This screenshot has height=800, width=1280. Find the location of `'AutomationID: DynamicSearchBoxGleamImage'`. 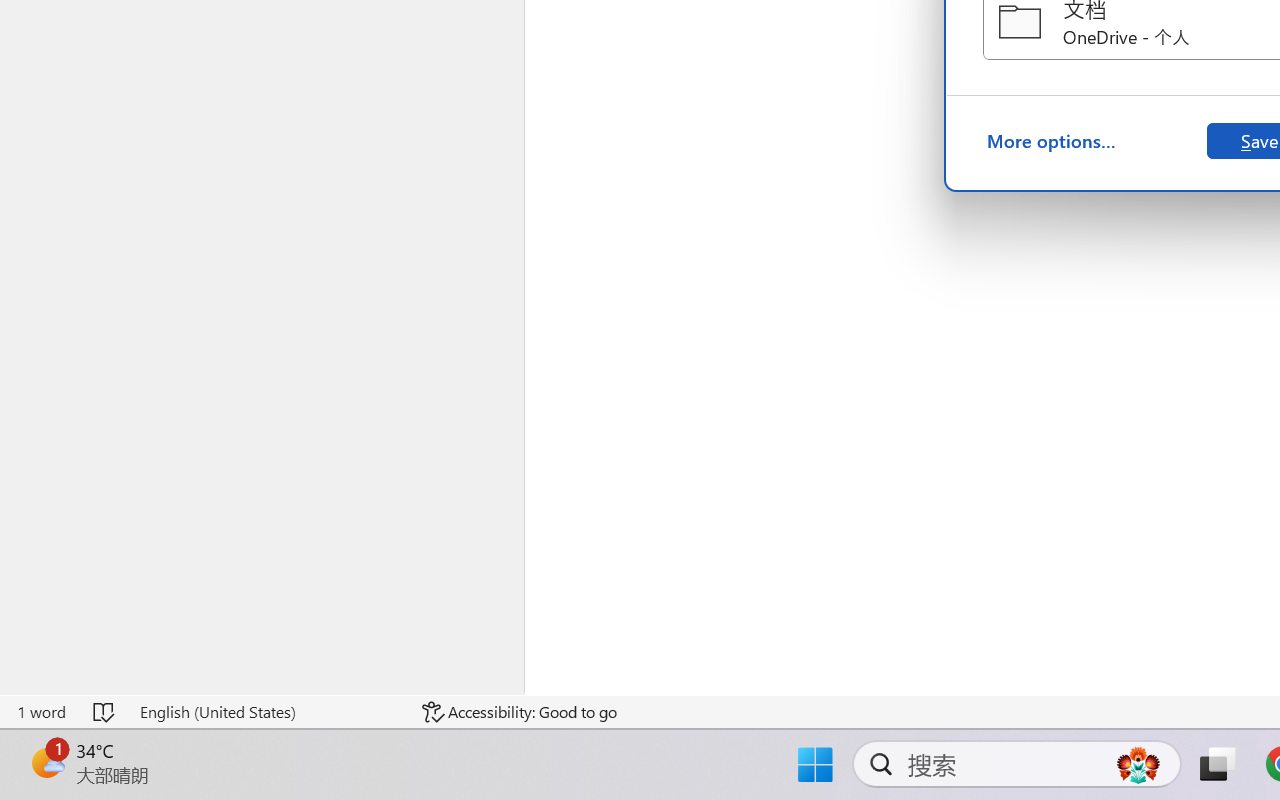

'AutomationID: DynamicSearchBoxGleamImage' is located at coordinates (1138, 764).